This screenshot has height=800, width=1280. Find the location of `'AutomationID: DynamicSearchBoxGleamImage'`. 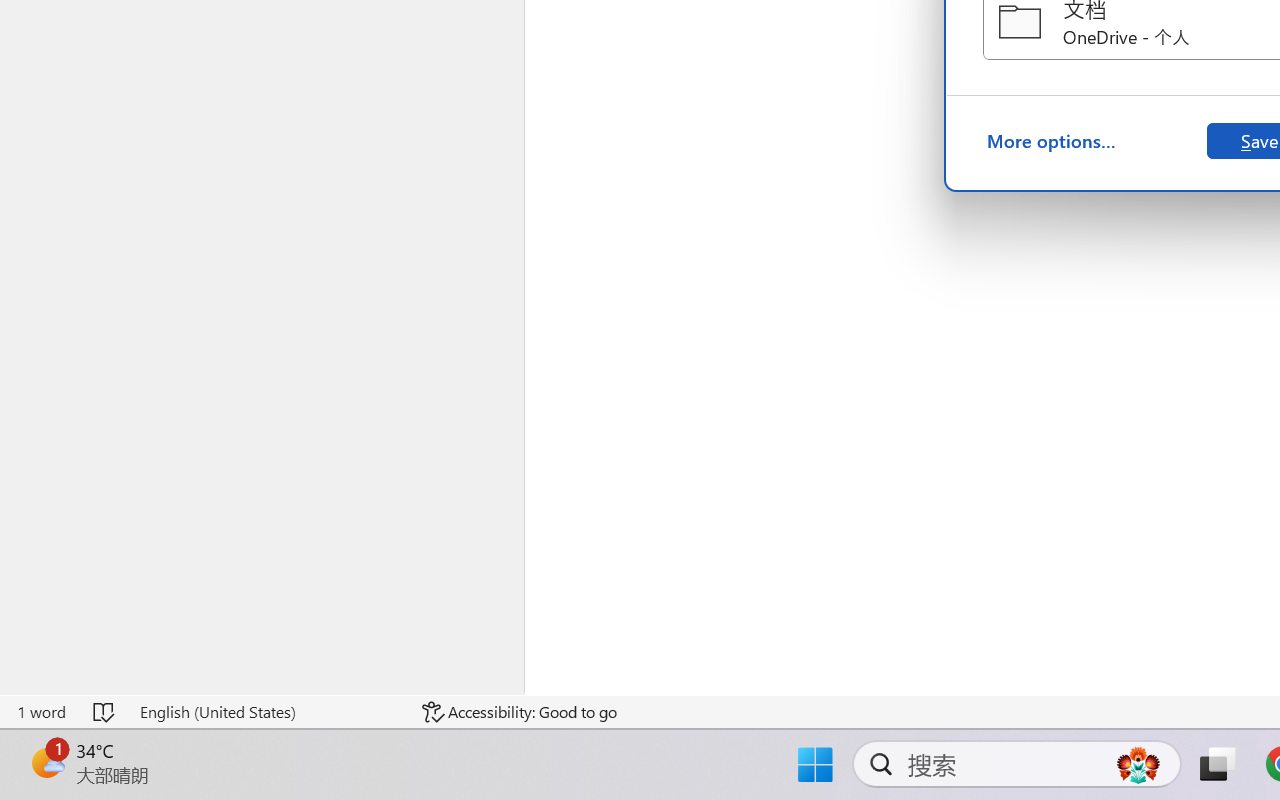

'AutomationID: DynamicSearchBoxGleamImage' is located at coordinates (1138, 764).